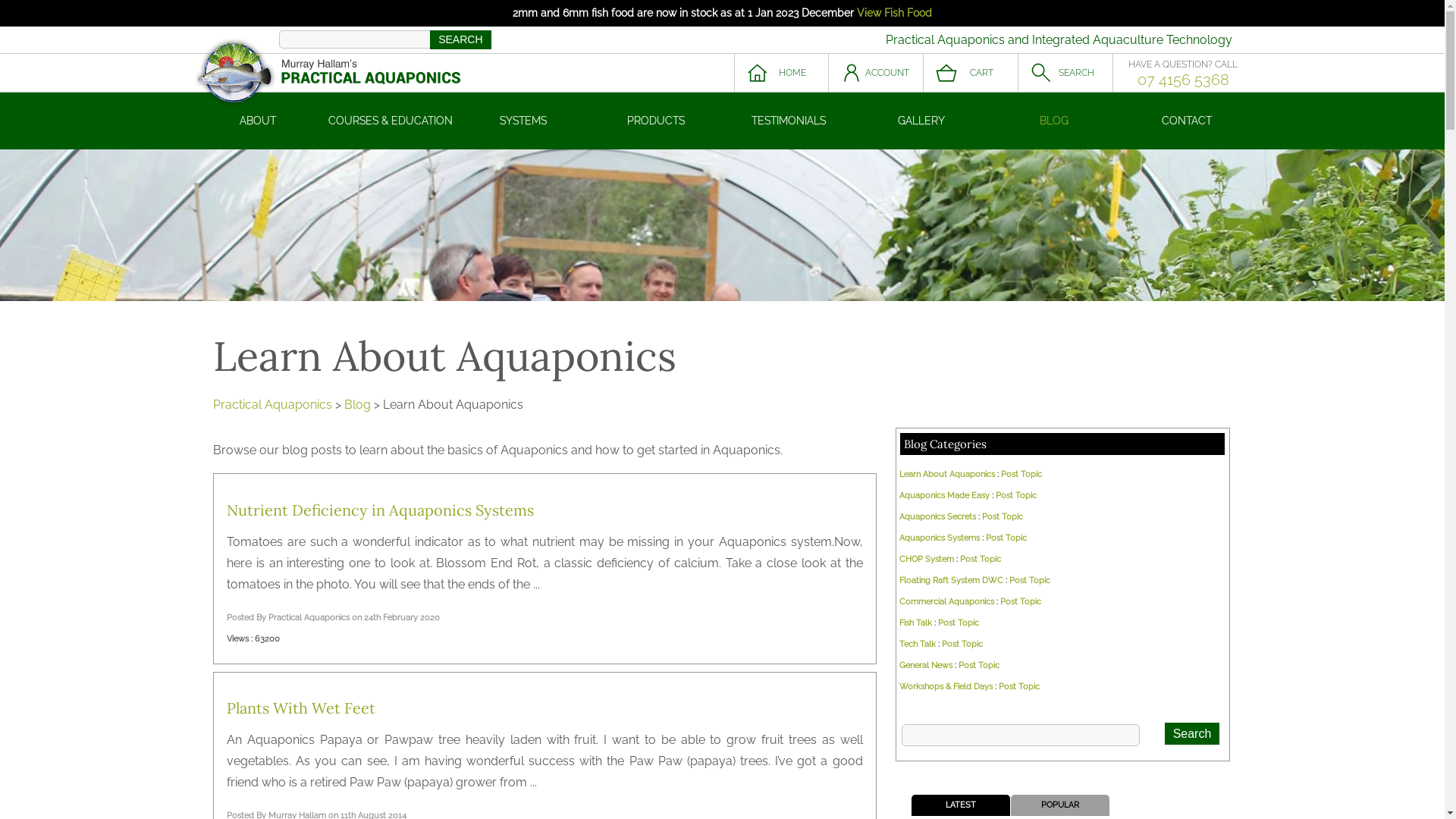 The image size is (1456, 819). I want to click on 'Post Topic', so click(980, 559).